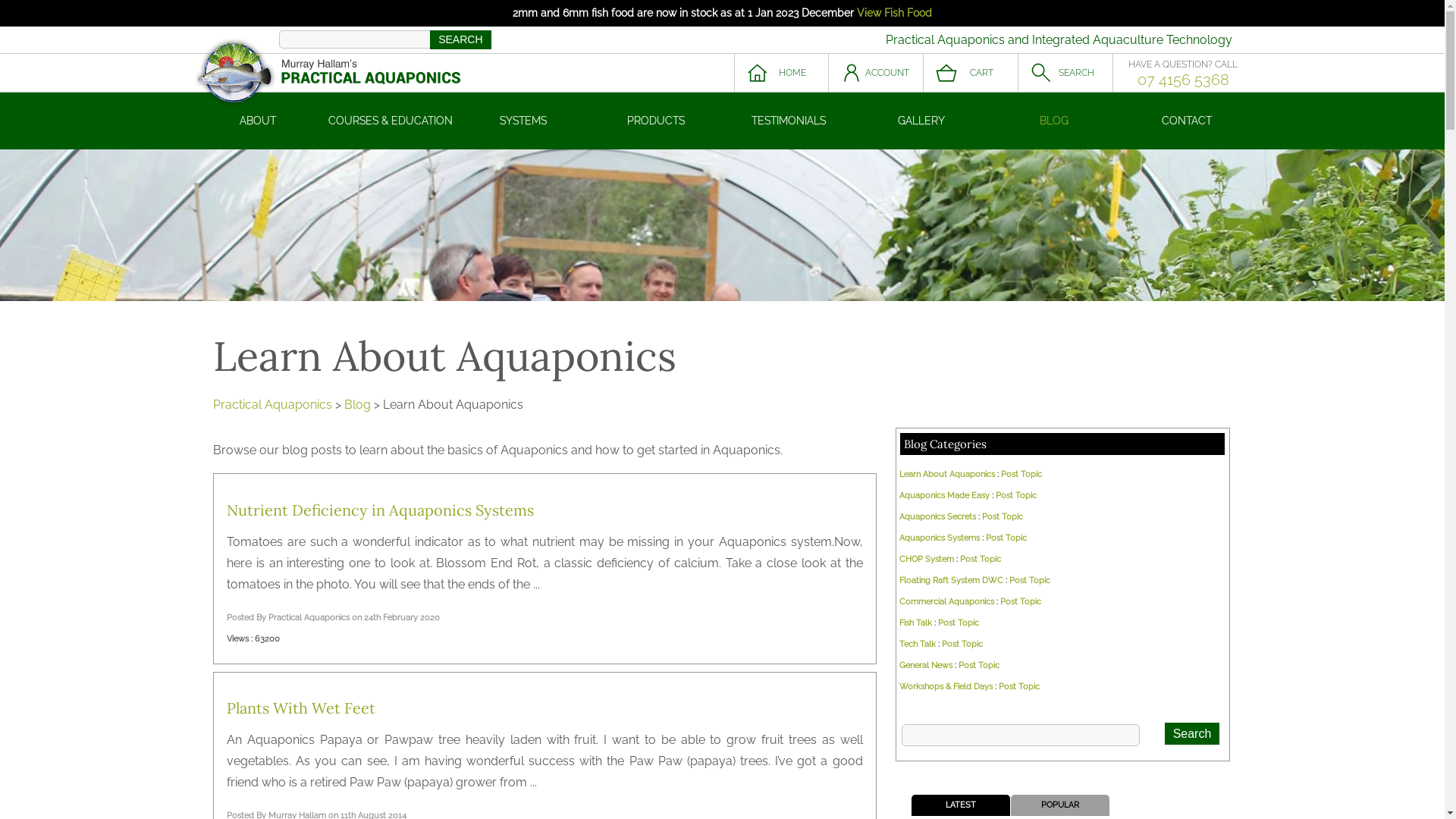 The image size is (1456, 819). I want to click on 'Post Topic', so click(980, 559).